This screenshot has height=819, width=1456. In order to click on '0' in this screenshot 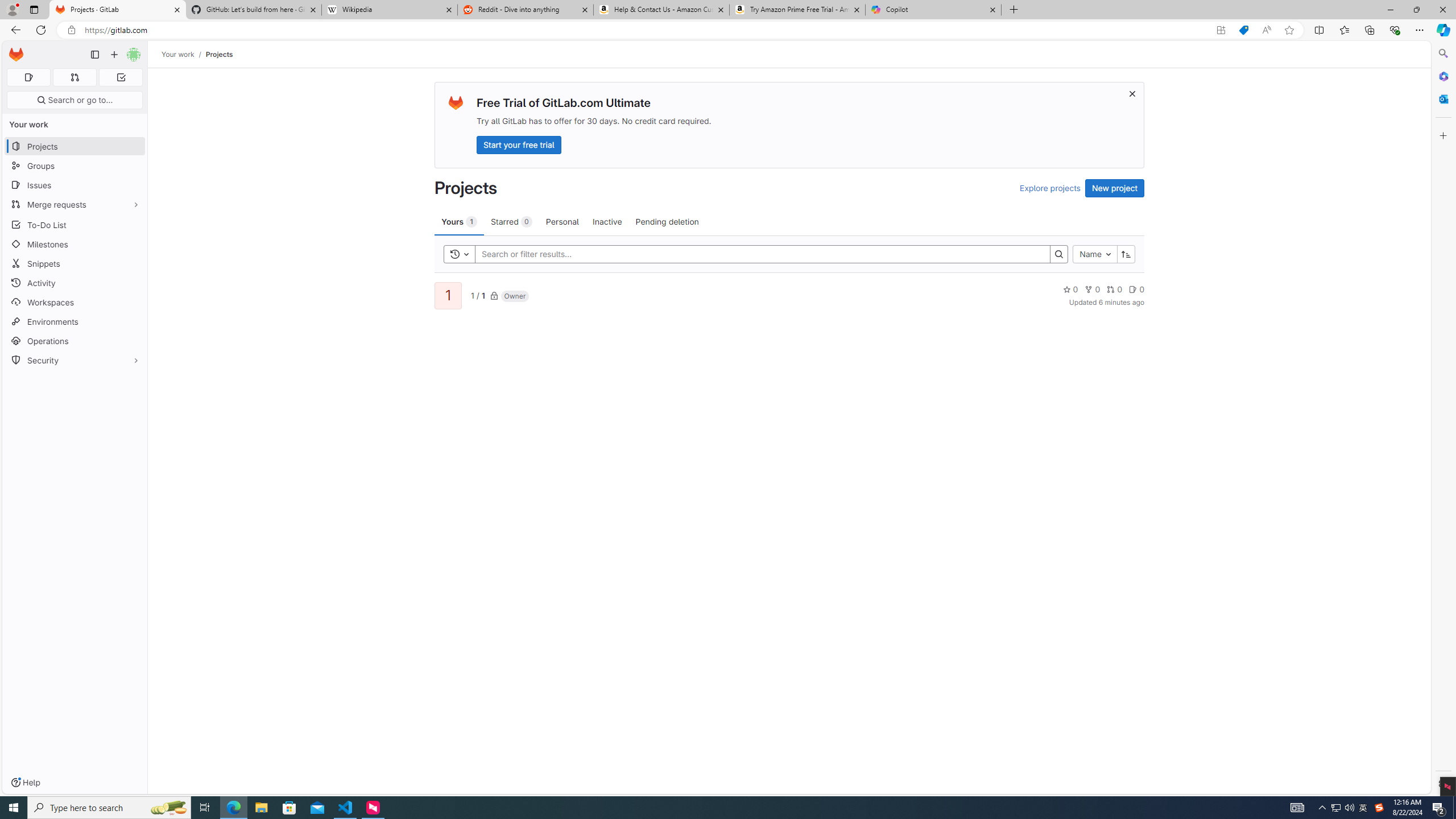, I will do `click(1136, 289)`.